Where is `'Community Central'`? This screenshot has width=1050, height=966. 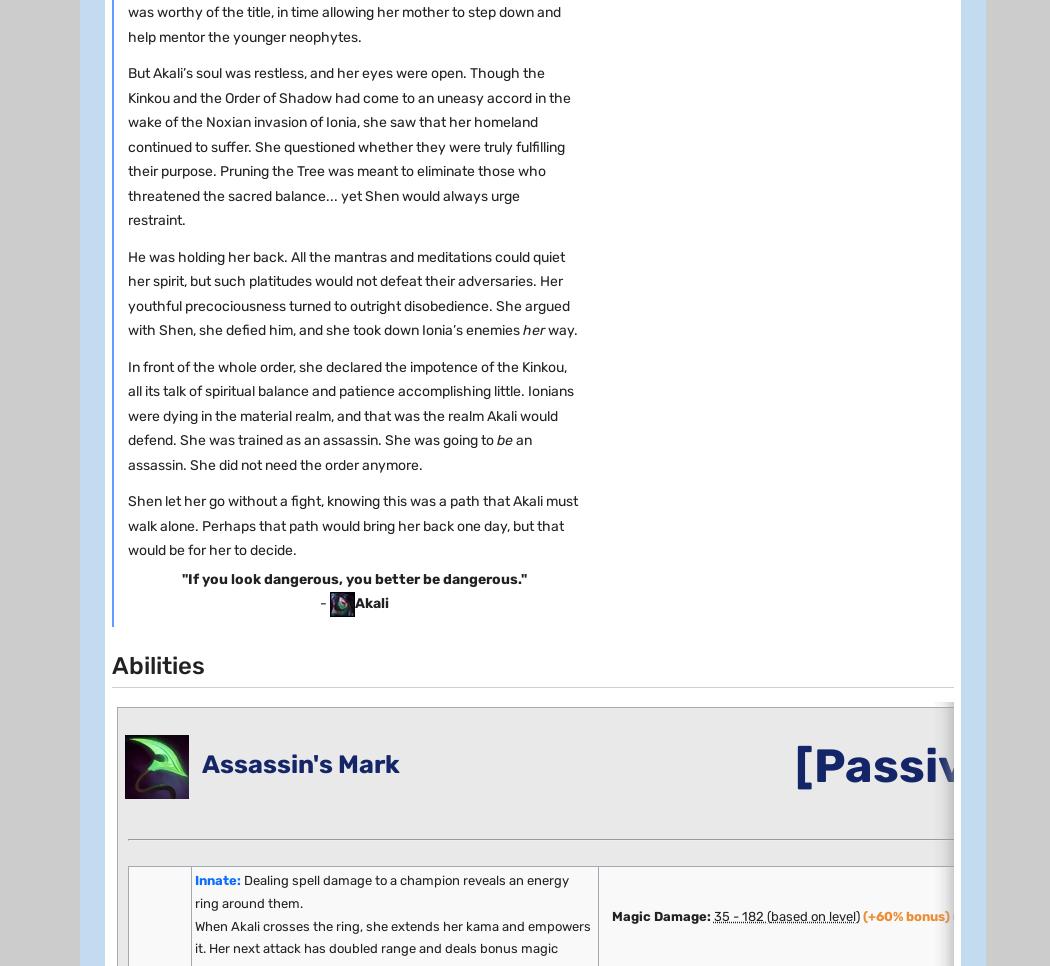 'Community Central' is located at coordinates (144, 139).